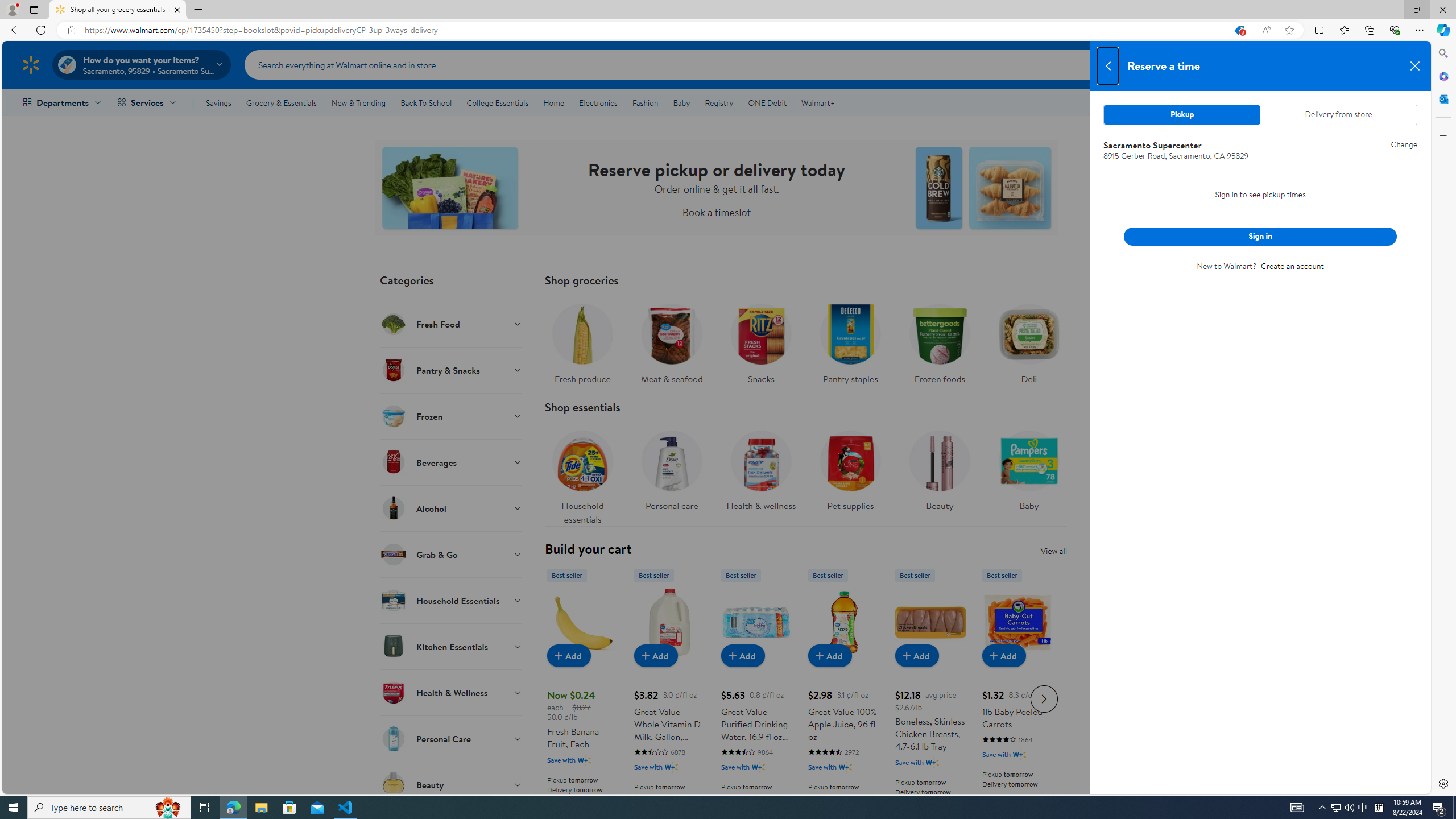  Describe the element at coordinates (450, 416) in the screenshot. I see `'Frozen'` at that location.